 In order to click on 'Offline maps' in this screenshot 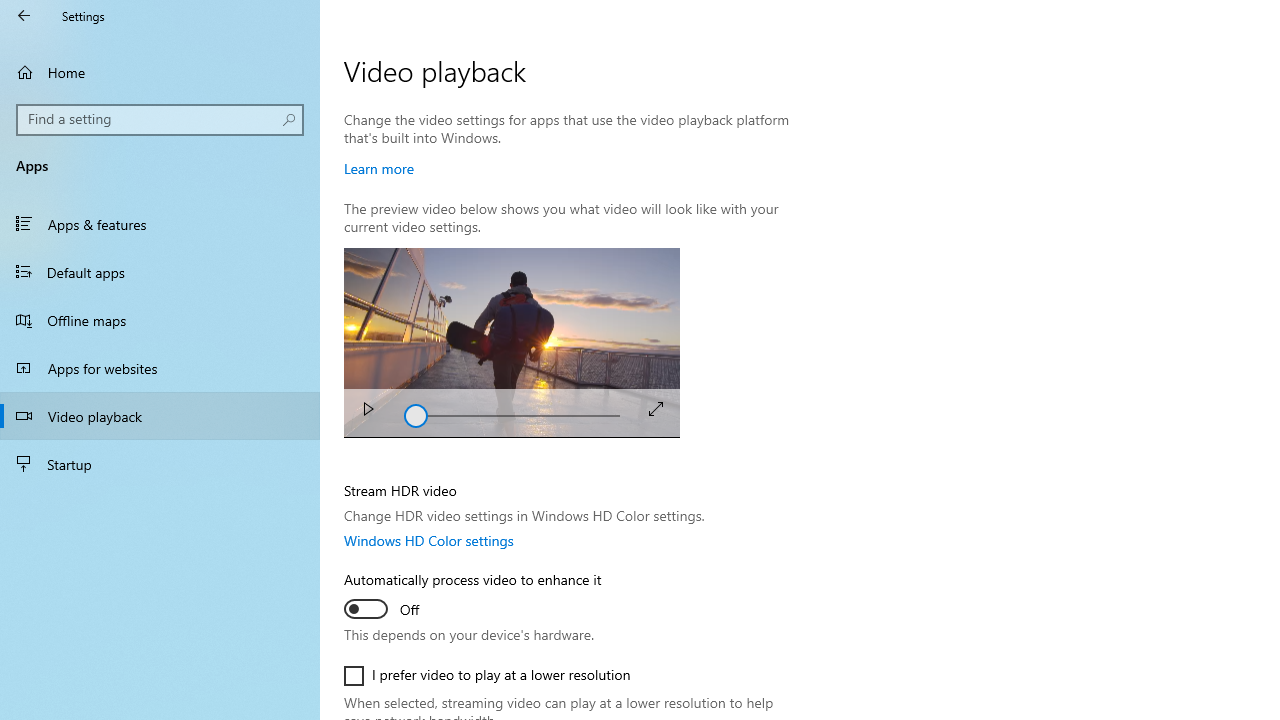, I will do `click(160, 319)`.